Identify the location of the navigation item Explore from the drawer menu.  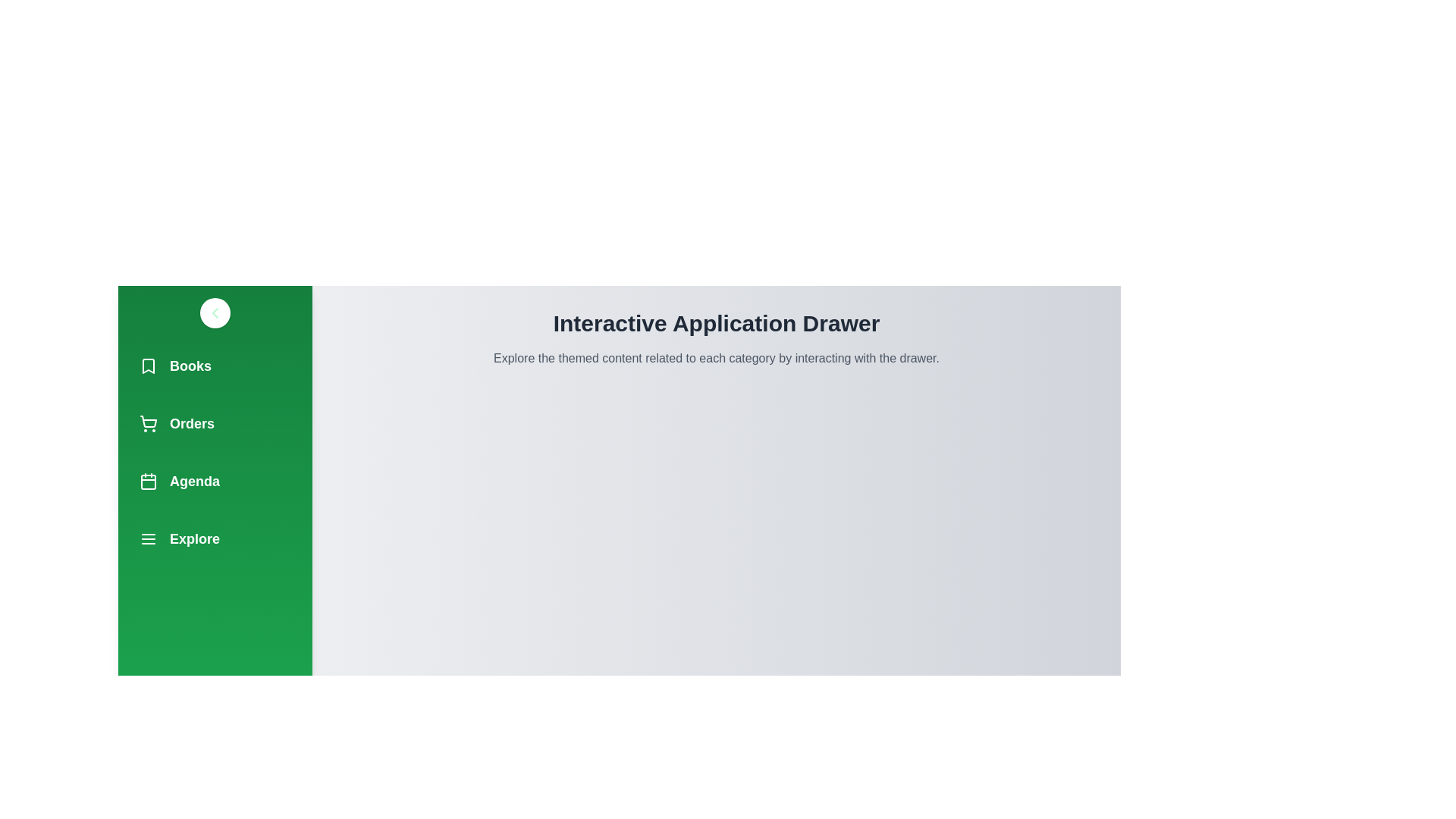
(214, 538).